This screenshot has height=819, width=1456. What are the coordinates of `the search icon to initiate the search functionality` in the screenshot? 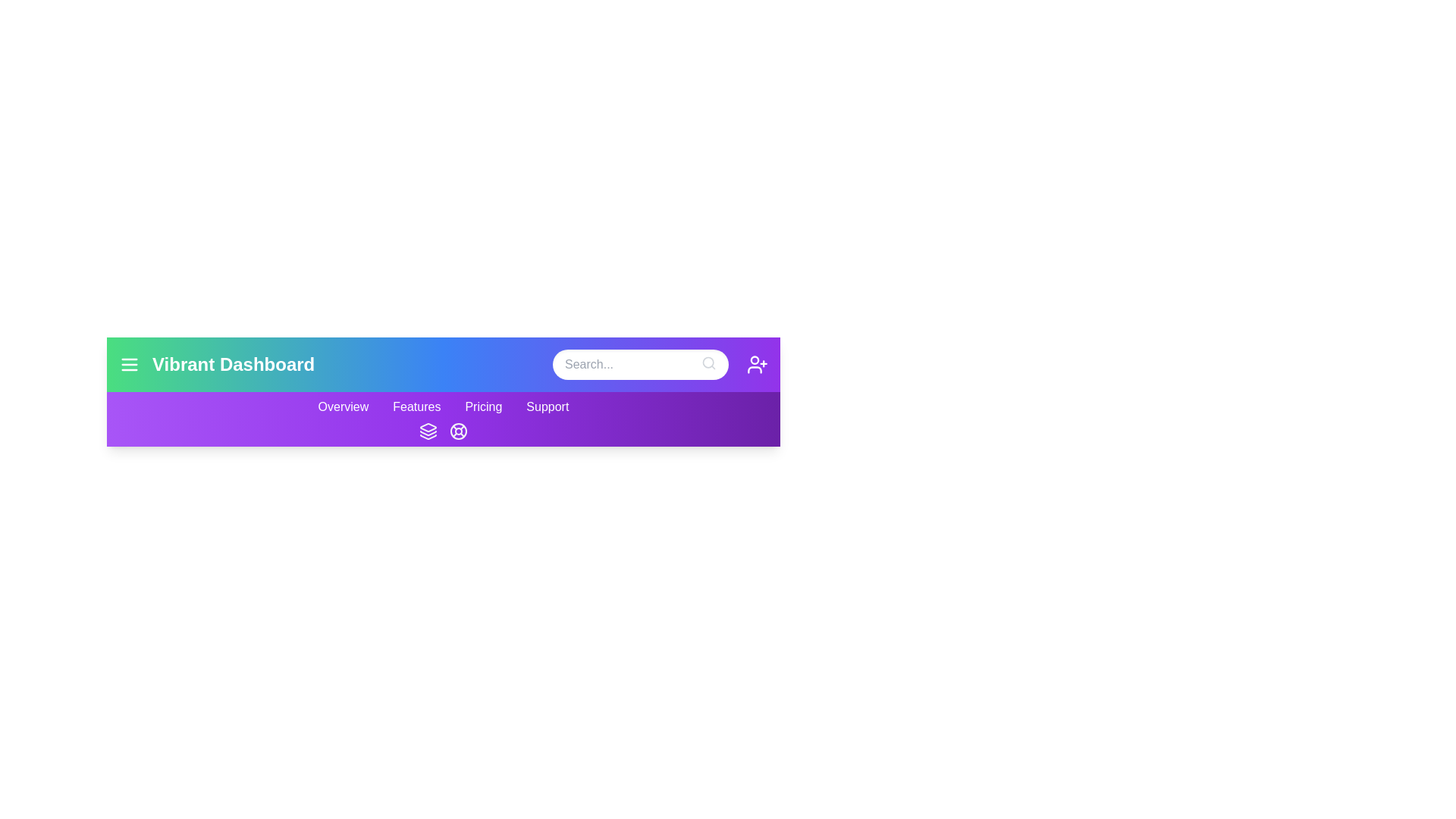 It's located at (708, 362).